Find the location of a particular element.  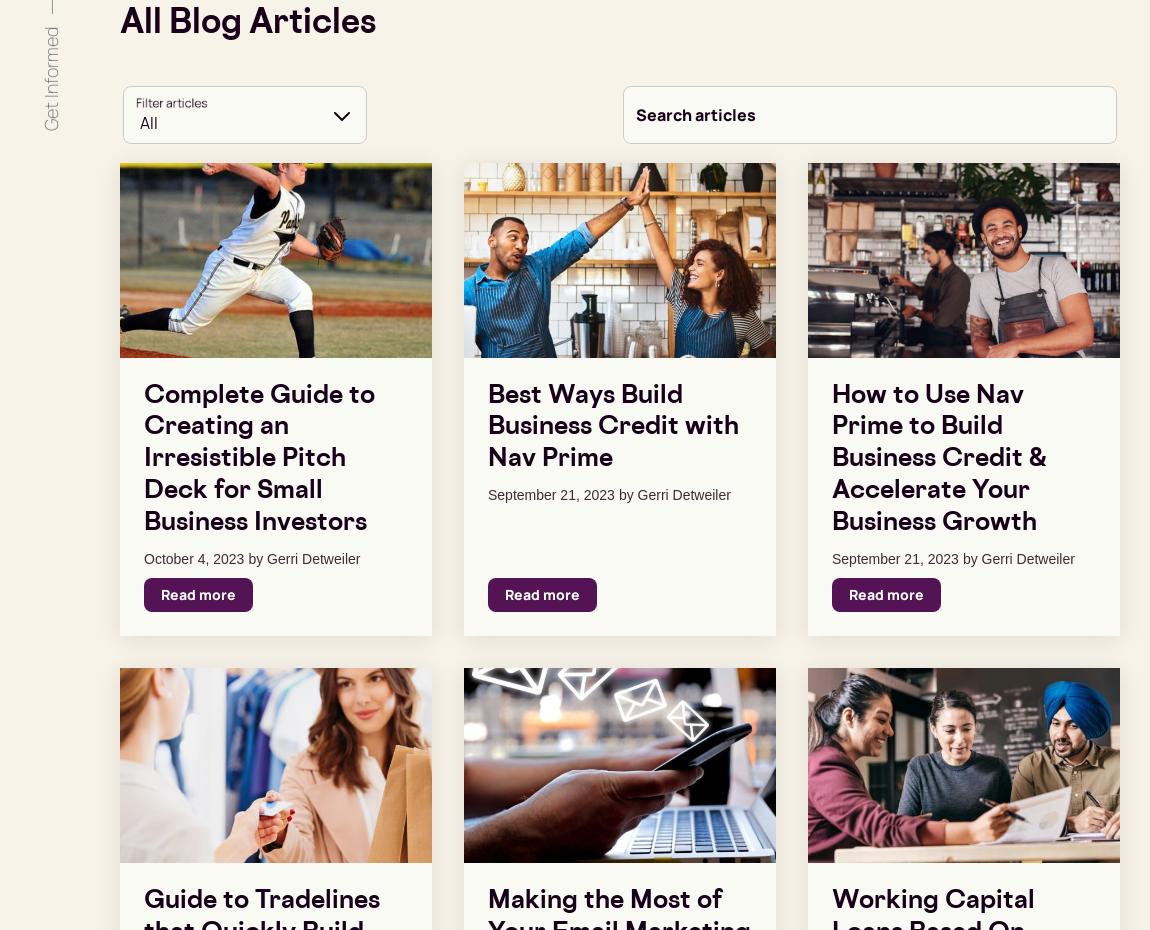

'October 4, 2023' is located at coordinates (142, 559).